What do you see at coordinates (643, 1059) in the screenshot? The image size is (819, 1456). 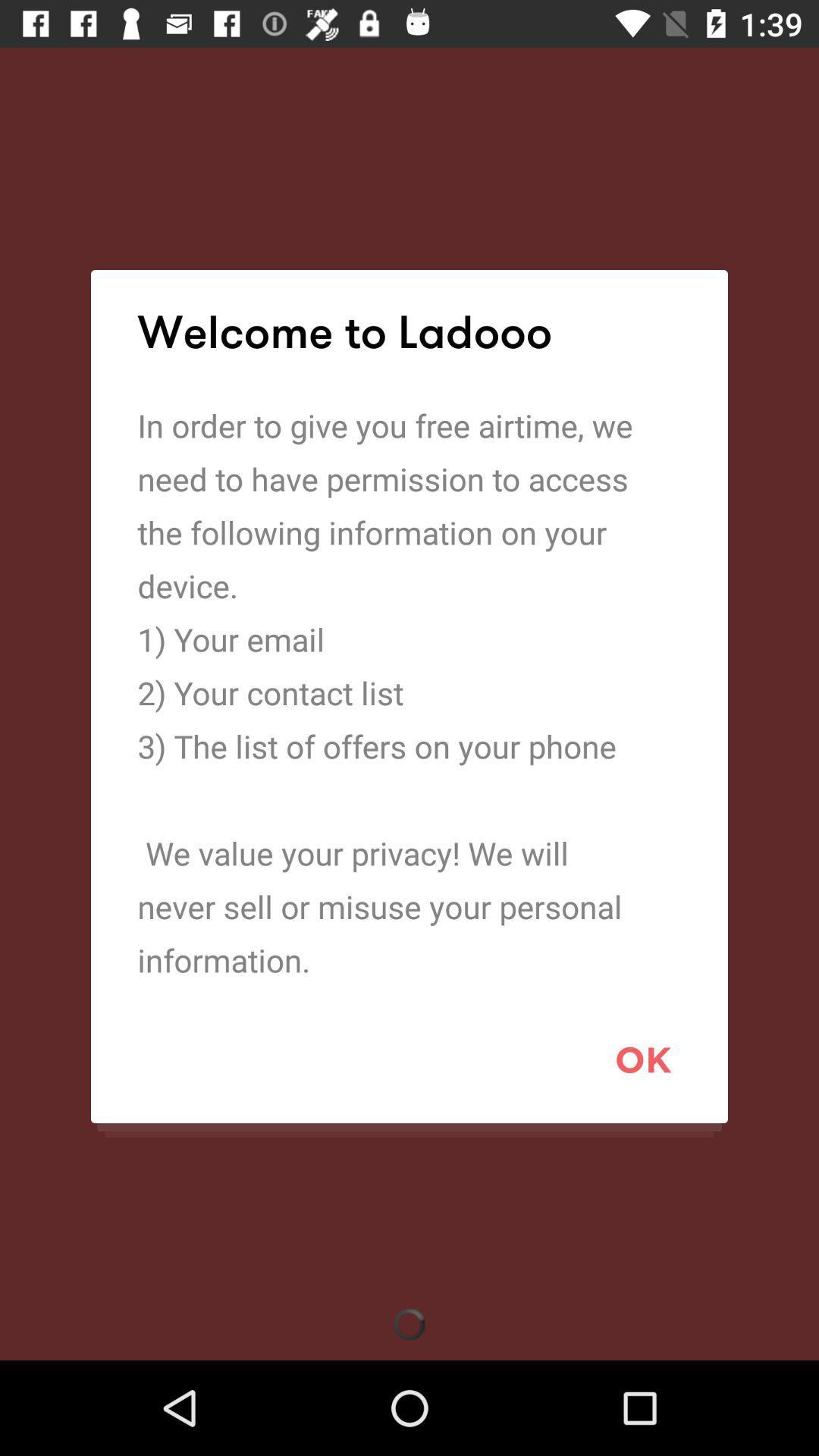 I see `the icon below the in order to item` at bounding box center [643, 1059].